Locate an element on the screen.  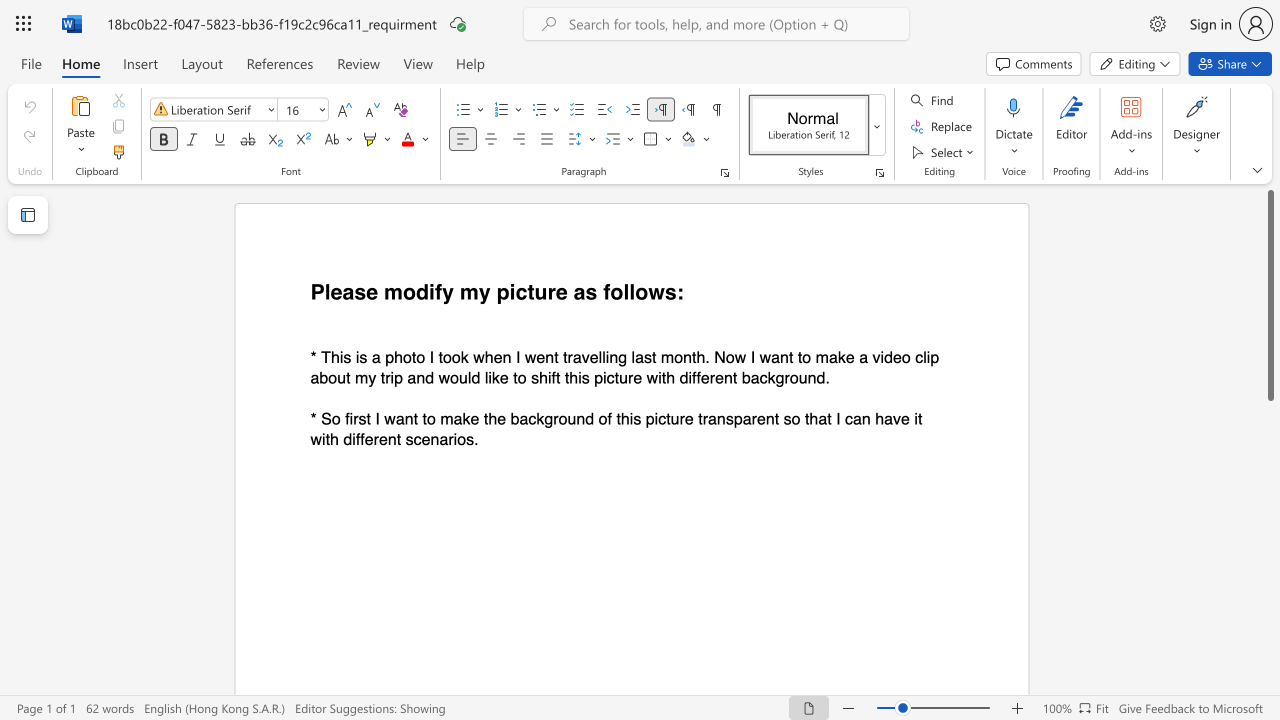
the 5th character "s" in the text is located at coordinates (408, 438).